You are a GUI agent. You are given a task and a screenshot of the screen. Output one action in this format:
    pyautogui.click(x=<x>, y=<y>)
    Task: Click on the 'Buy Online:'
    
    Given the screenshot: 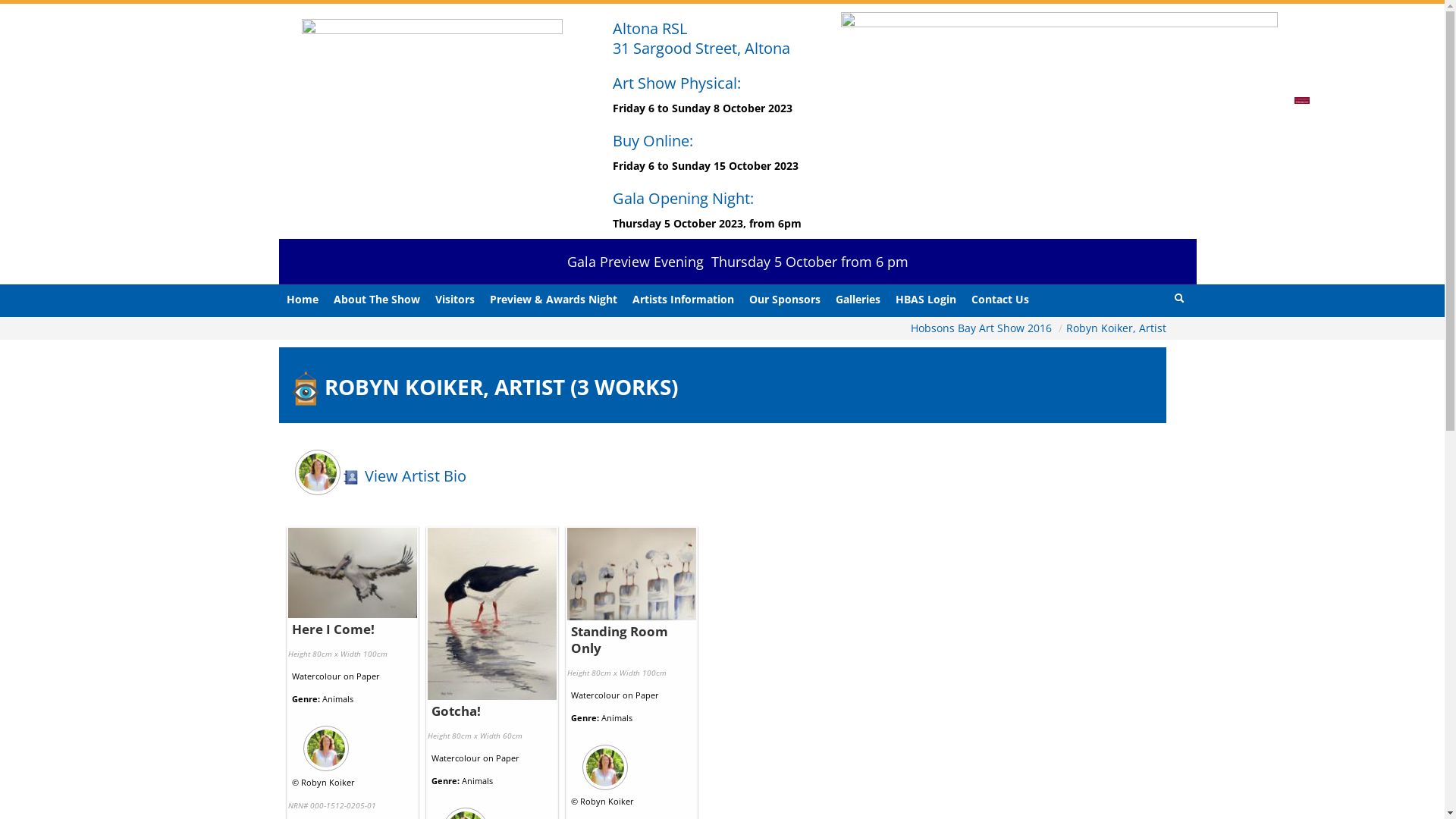 What is the action you would take?
    pyautogui.click(x=652, y=140)
    